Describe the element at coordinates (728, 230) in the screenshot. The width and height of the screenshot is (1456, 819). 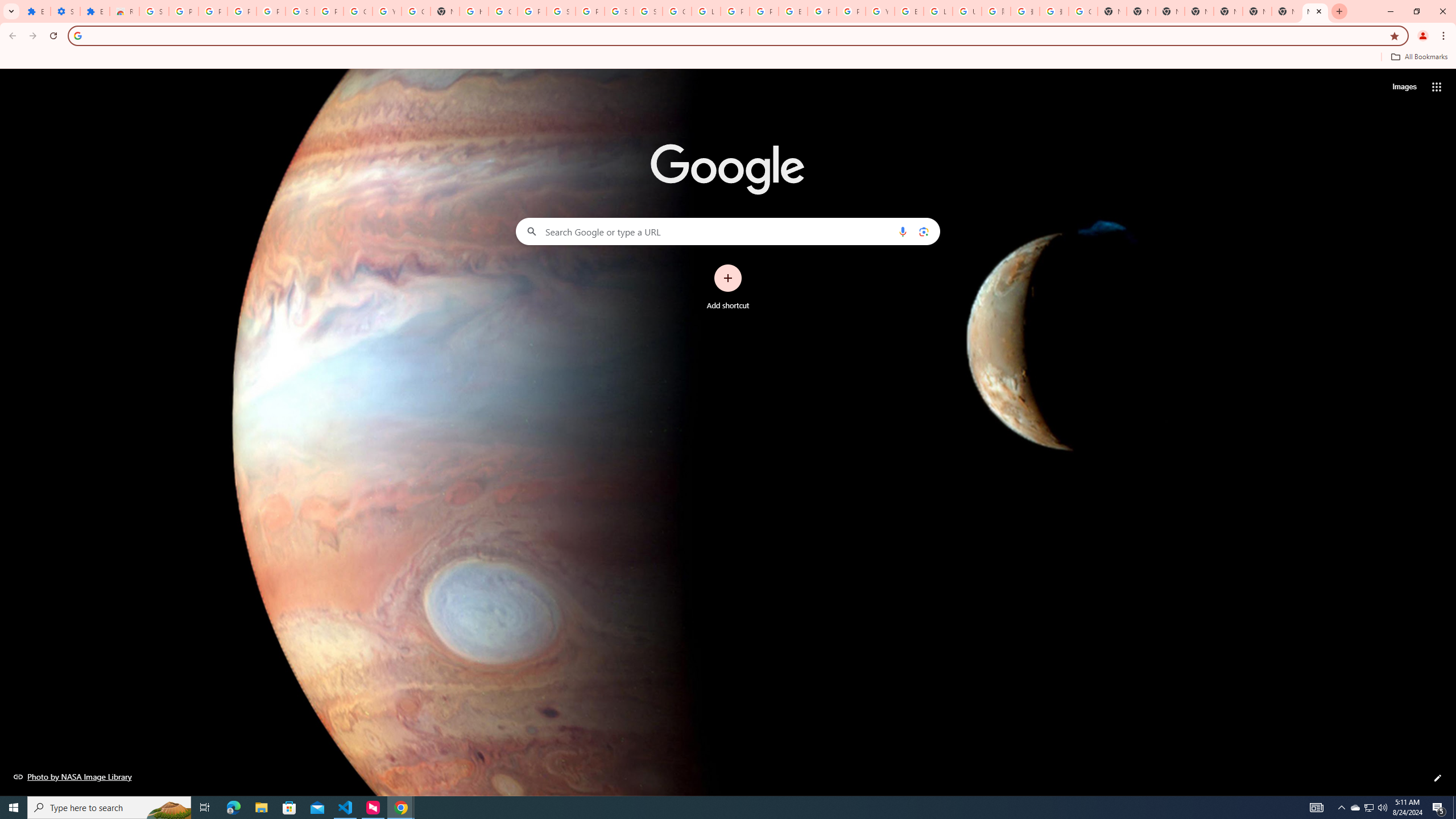
I see `'Search Google or type a URL'` at that location.